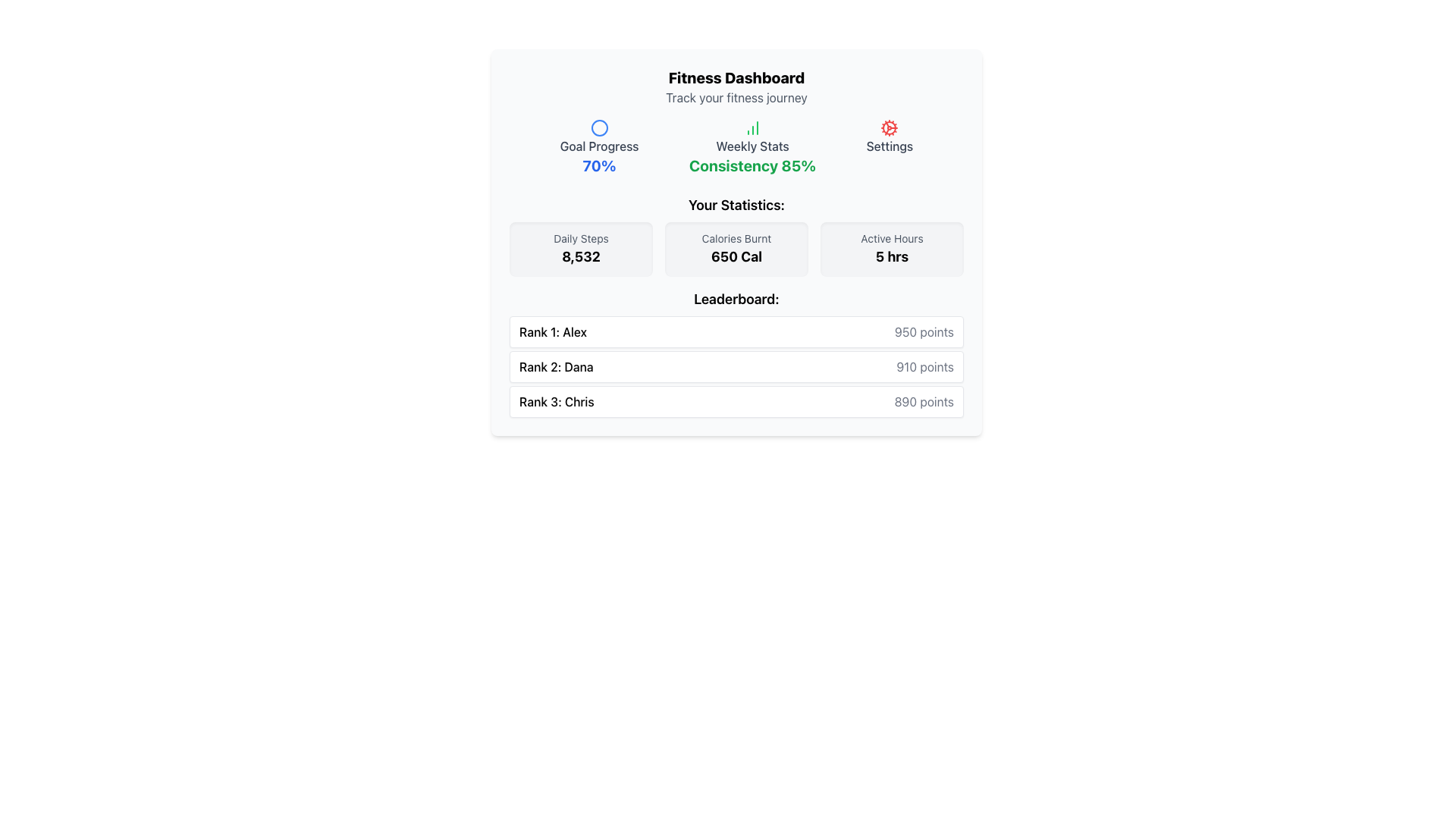  What do you see at coordinates (890, 127) in the screenshot?
I see `the 'Settings' icon located in the upper-right corner of the application interface` at bounding box center [890, 127].